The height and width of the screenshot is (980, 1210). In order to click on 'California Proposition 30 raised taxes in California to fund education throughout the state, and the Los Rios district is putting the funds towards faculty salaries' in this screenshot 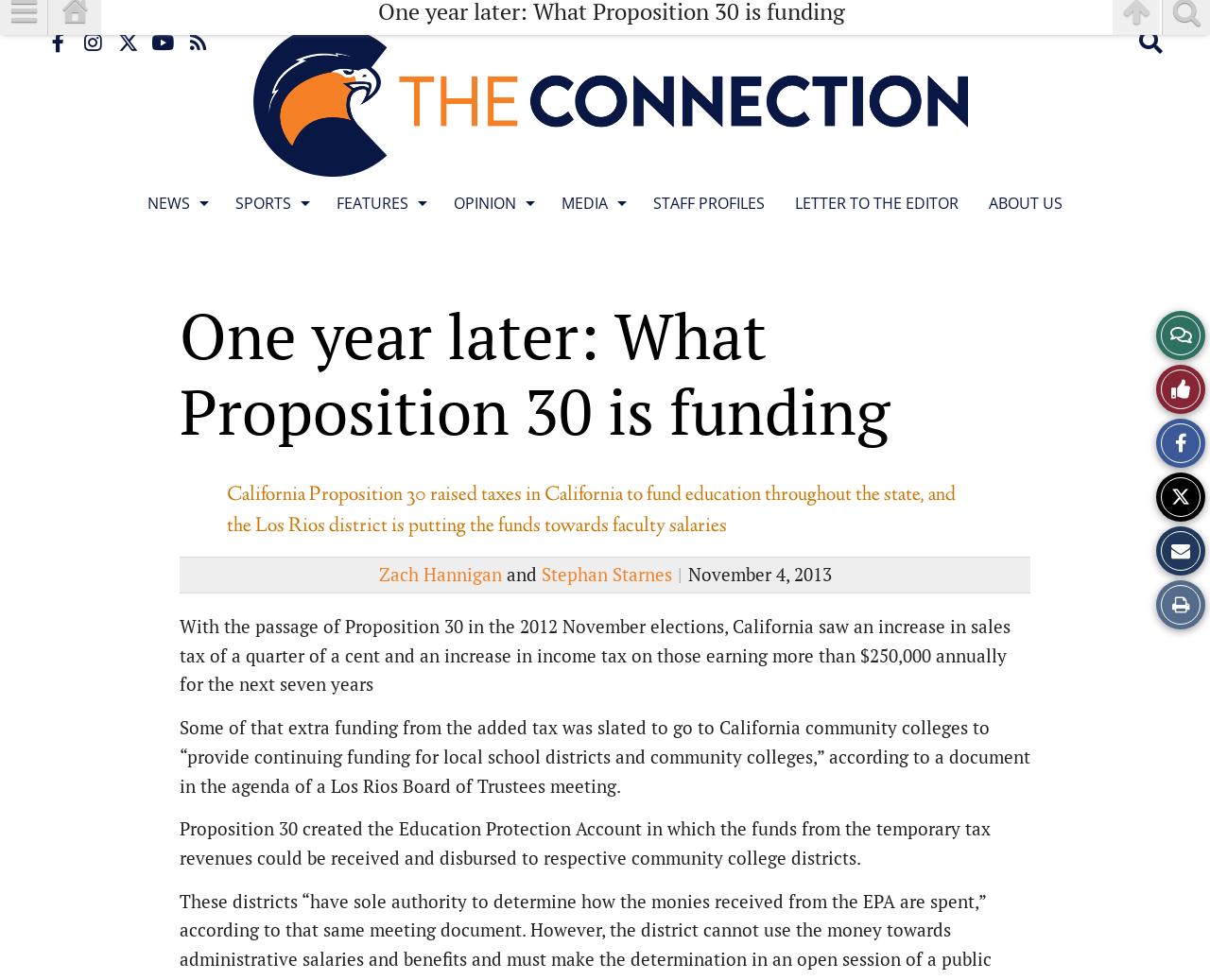, I will do `click(590, 510)`.